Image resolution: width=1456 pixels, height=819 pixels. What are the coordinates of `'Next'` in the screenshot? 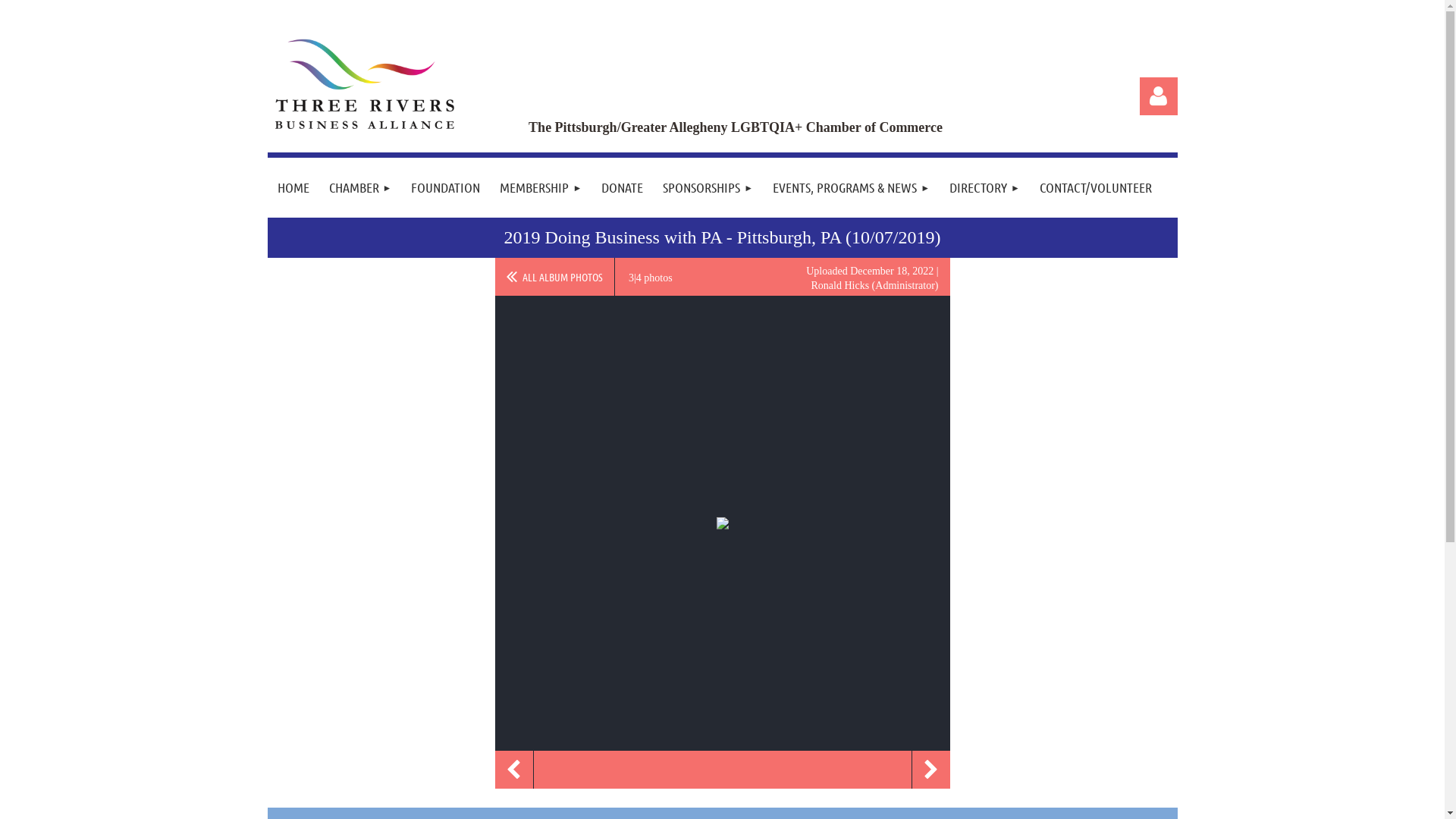 It's located at (930, 769).